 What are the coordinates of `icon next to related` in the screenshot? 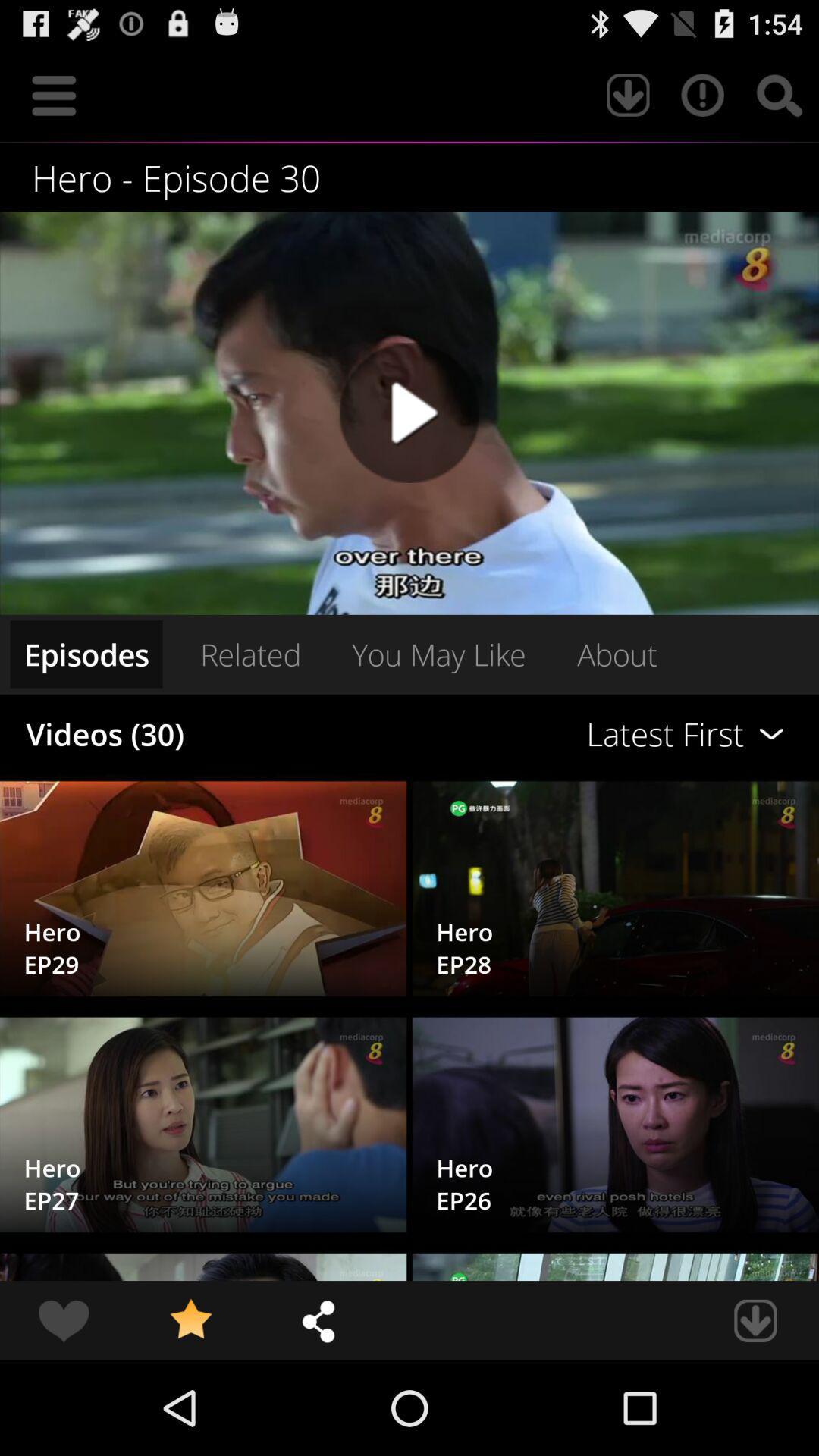 It's located at (86, 654).